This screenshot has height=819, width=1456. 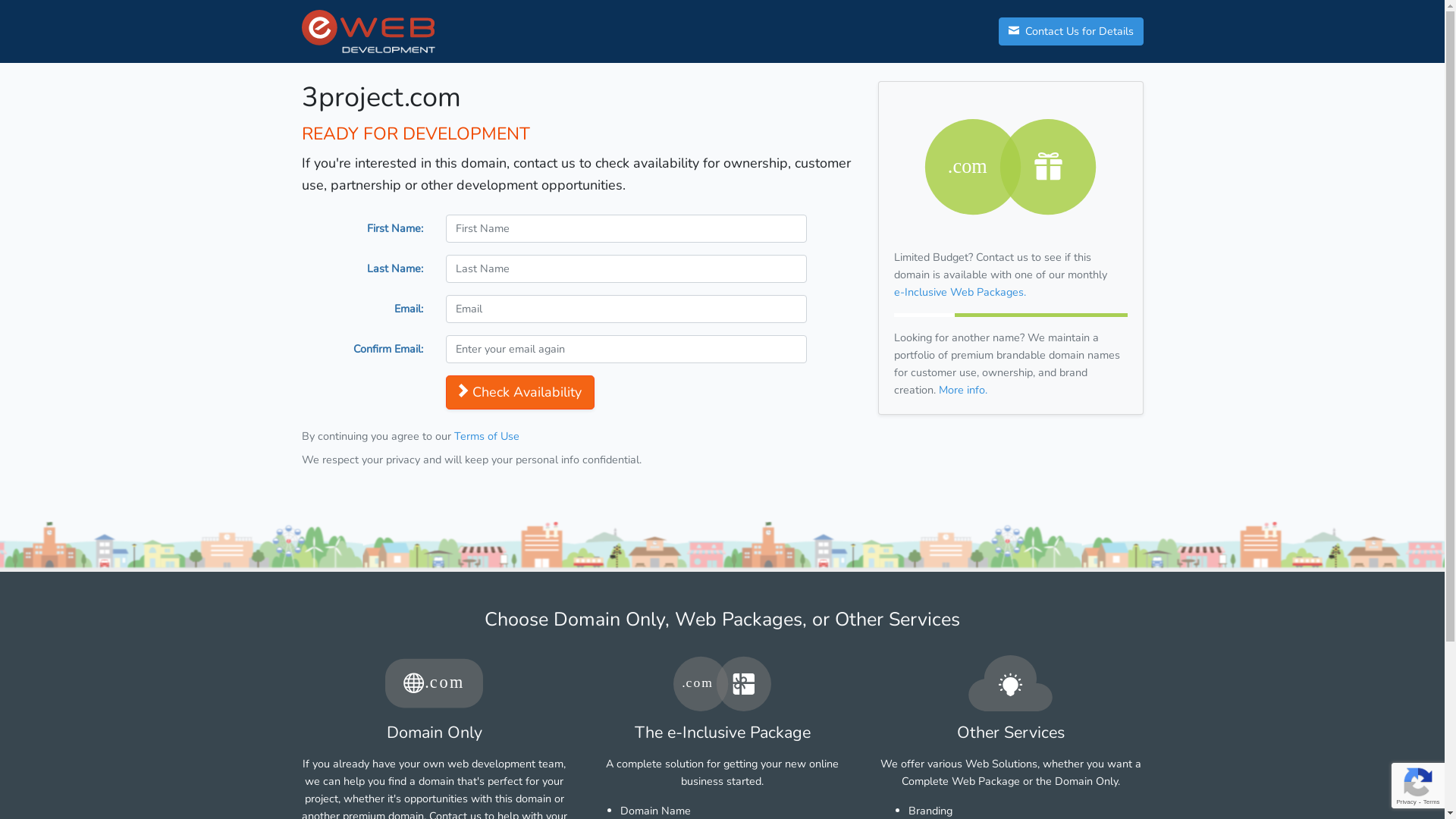 What do you see at coordinates (486, 435) in the screenshot?
I see `'Terms of Use'` at bounding box center [486, 435].